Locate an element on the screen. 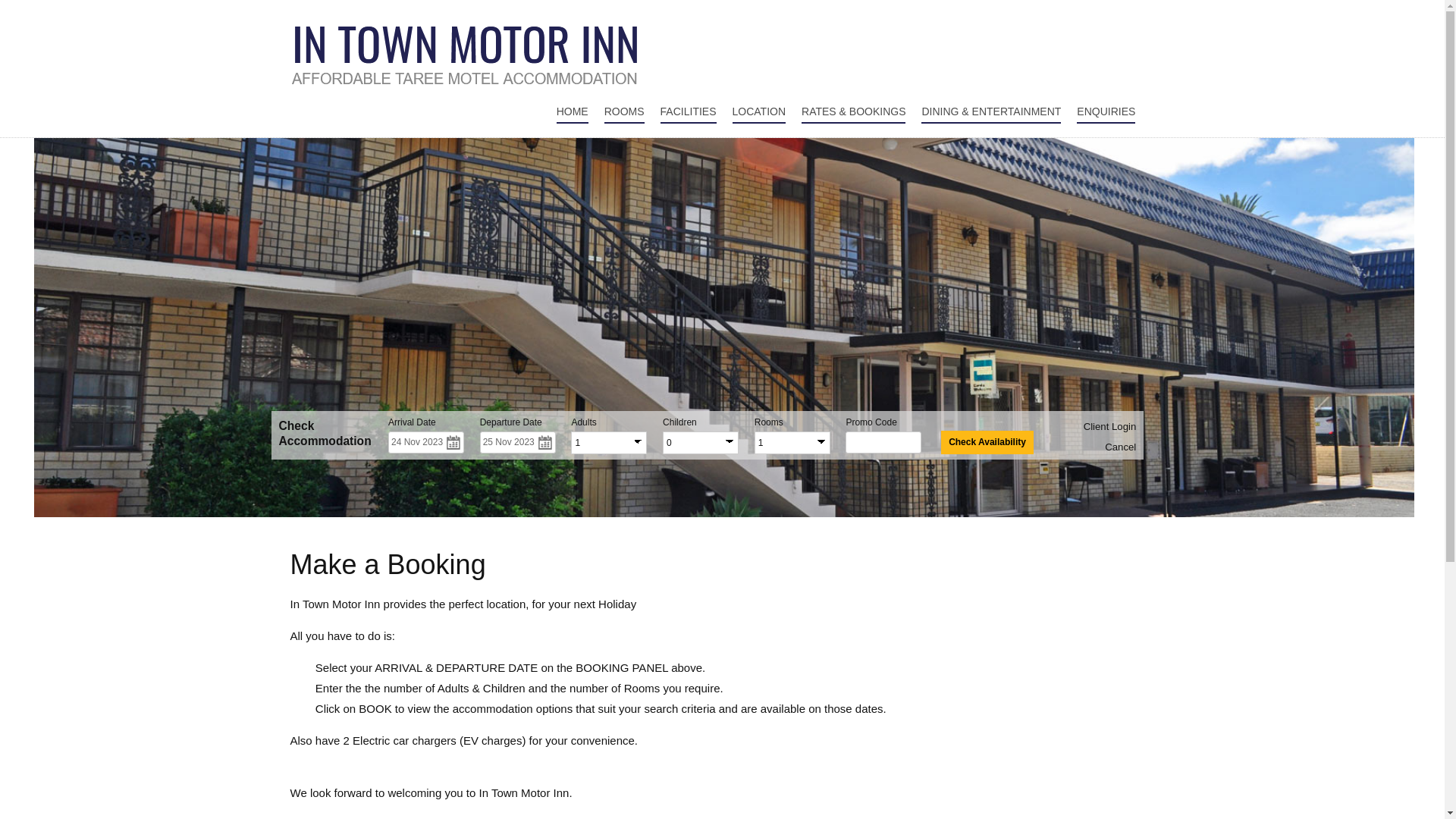  'ROOMS' is located at coordinates (624, 111).